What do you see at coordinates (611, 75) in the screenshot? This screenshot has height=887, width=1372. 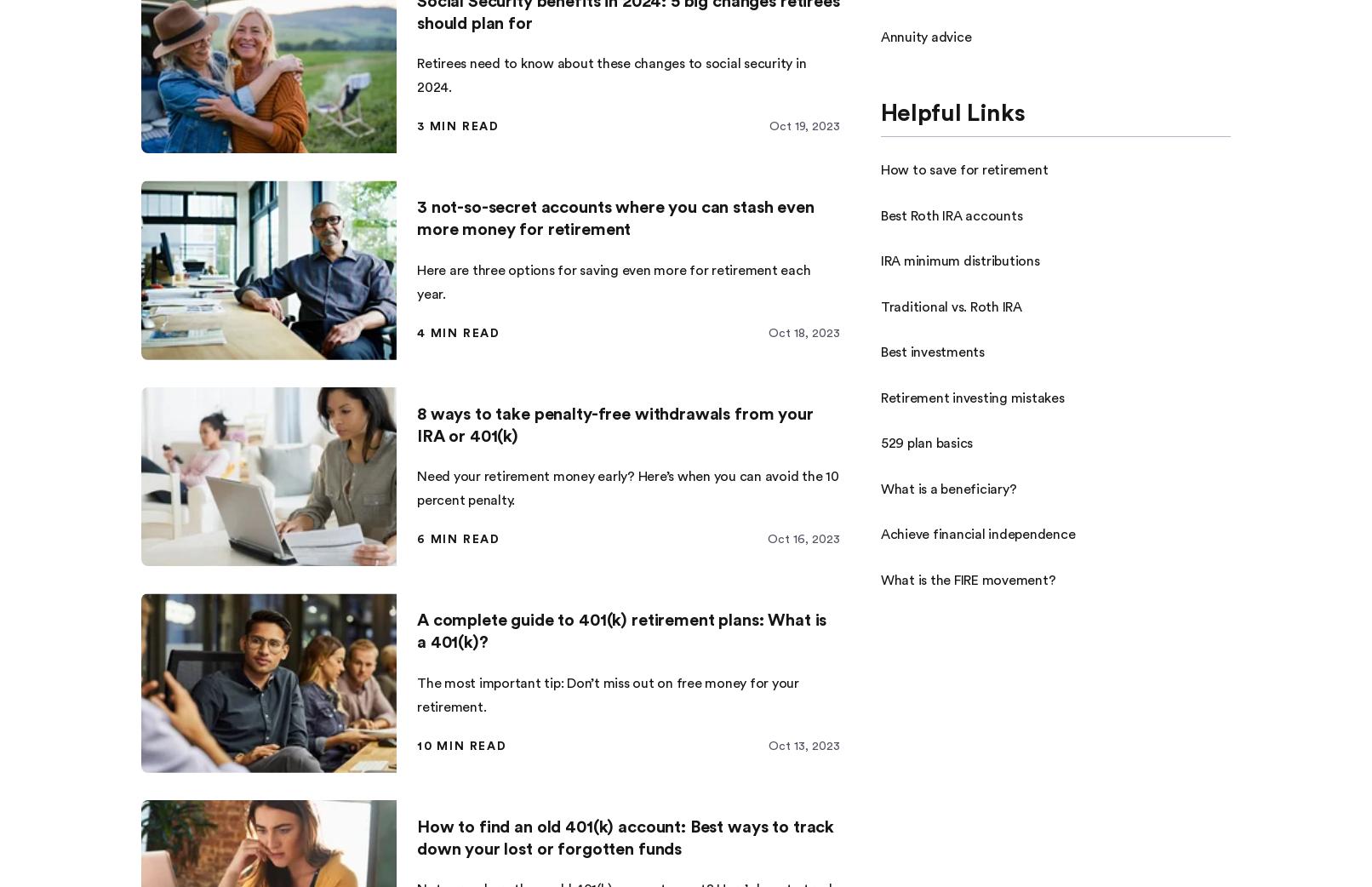 I see `'Retirees need to know about these changes to social security in 2024.'` at bounding box center [611, 75].